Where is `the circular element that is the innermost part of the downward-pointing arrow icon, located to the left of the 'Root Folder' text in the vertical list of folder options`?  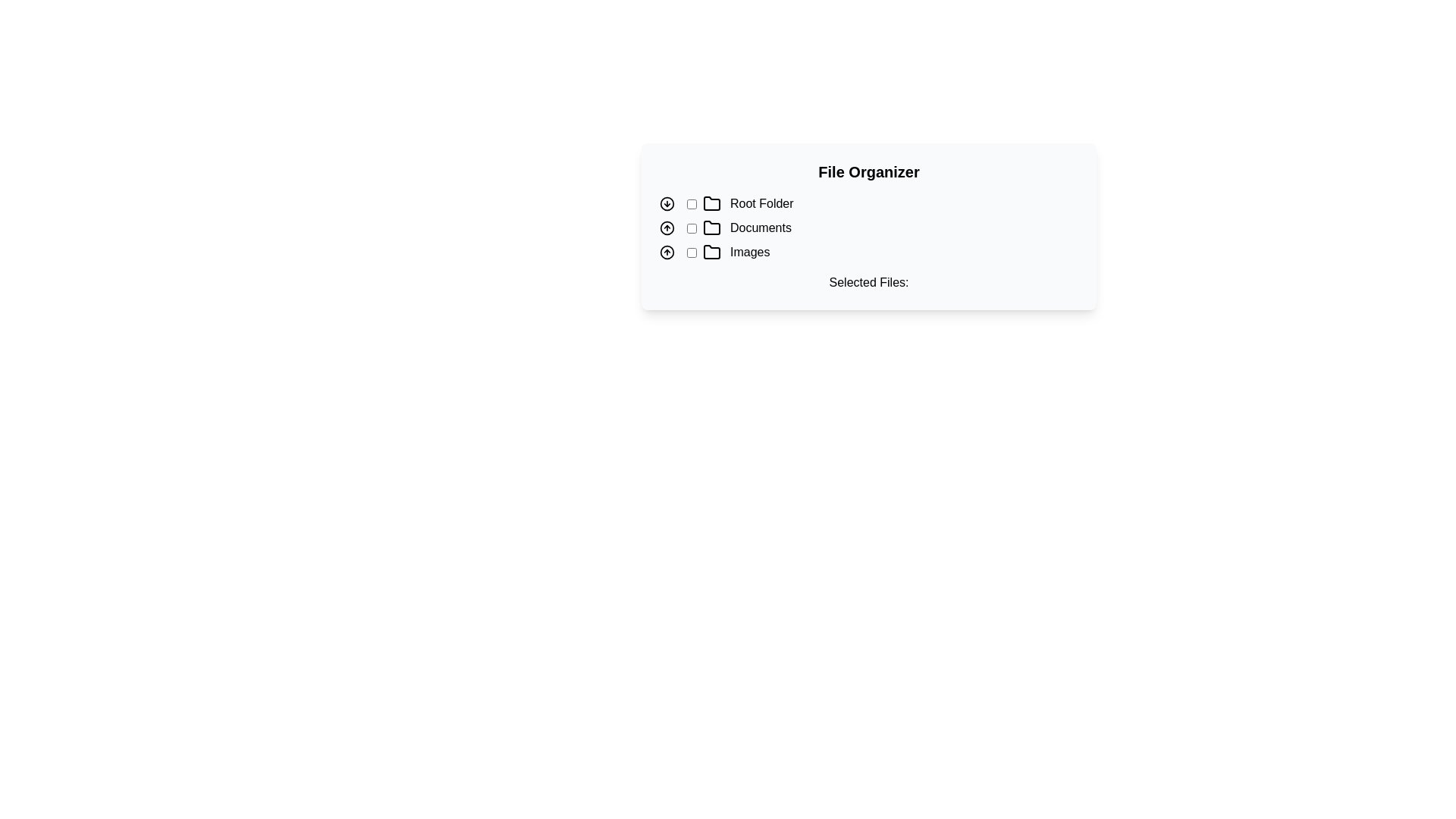 the circular element that is the innermost part of the downward-pointing arrow icon, located to the left of the 'Root Folder' text in the vertical list of folder options is located at coordinates (667, 203).